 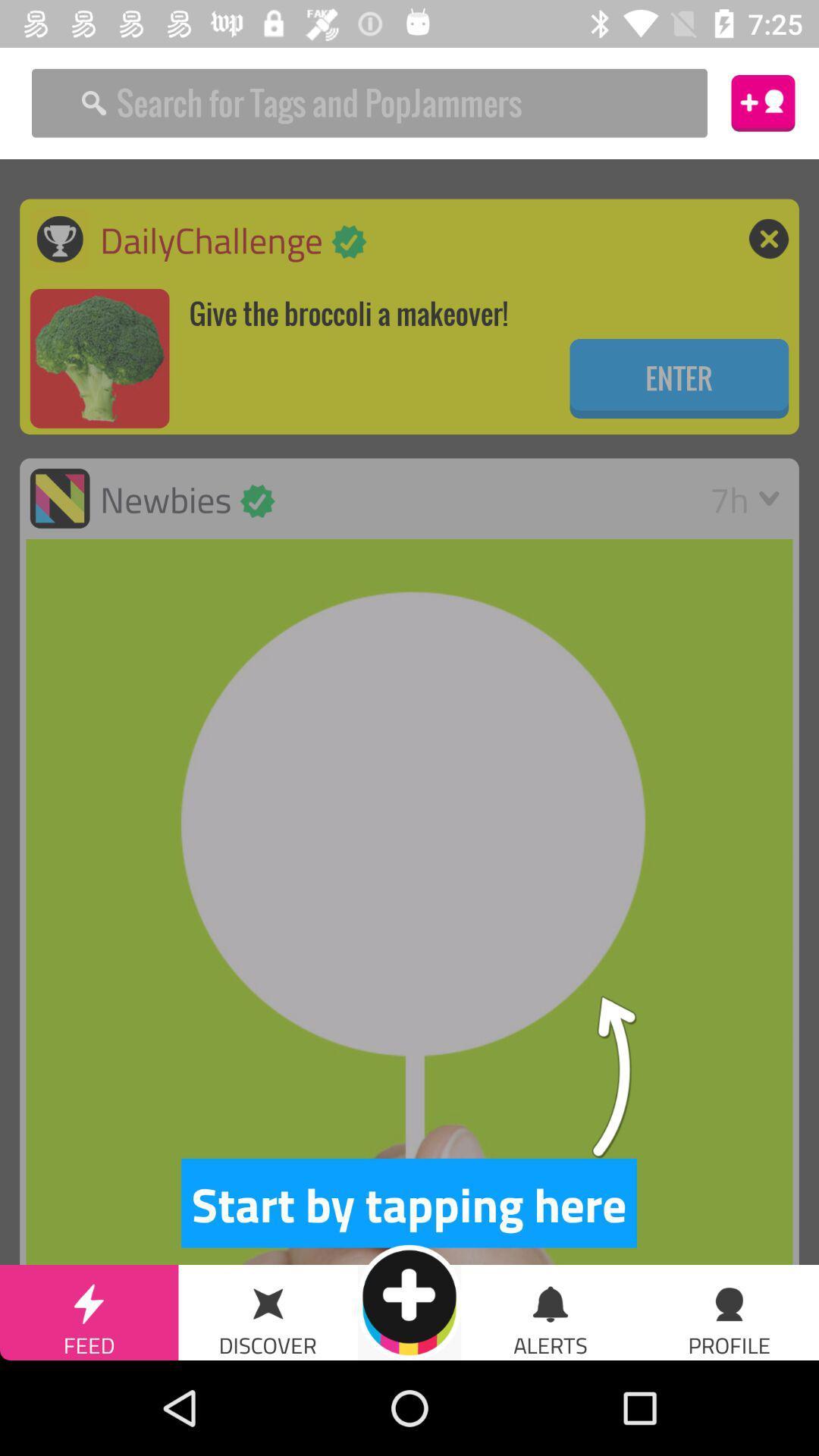 I want to click on the add icon, so click(x=409, y=1301).